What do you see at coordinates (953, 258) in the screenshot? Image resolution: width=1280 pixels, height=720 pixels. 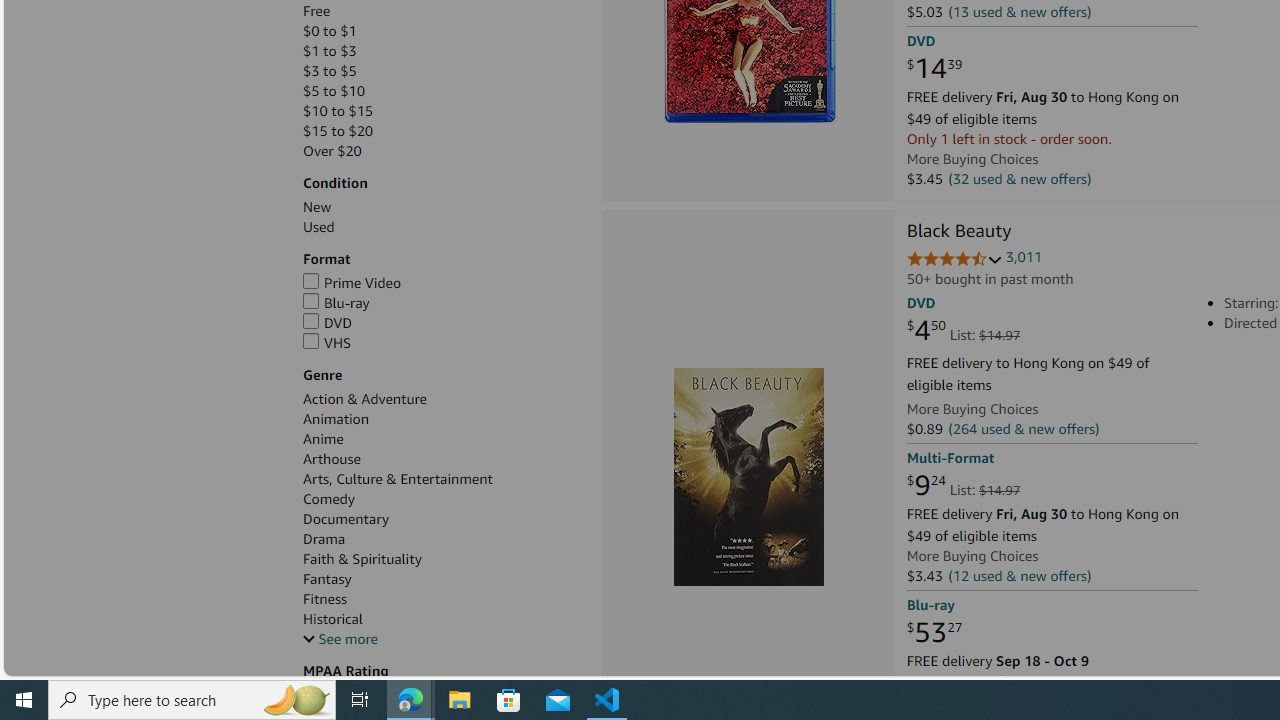 I see `'4.7 out of 5 stars'` at bounding box center [953, 258].